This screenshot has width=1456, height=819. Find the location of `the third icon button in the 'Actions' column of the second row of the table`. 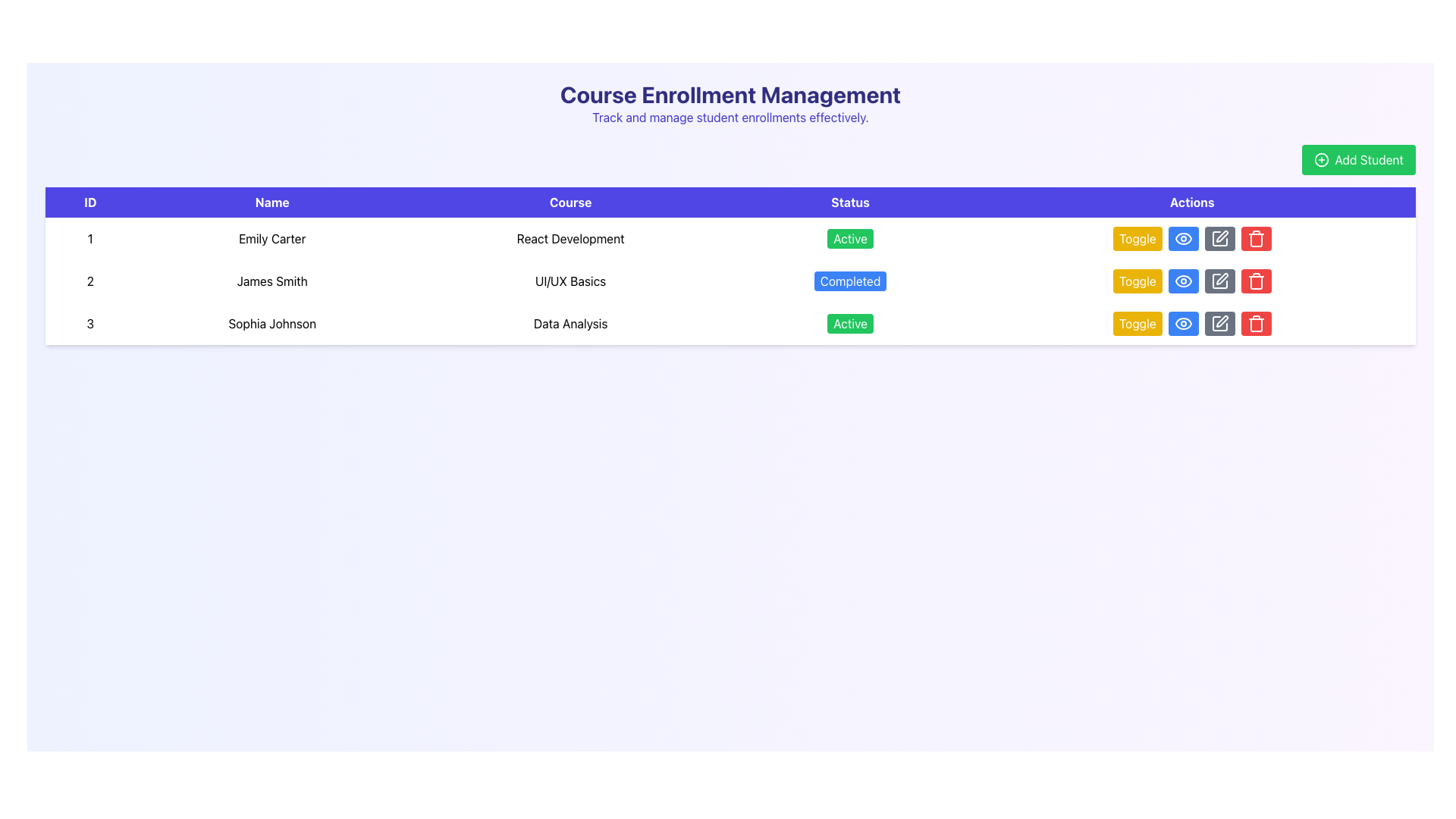

the third icon button in the 'Actions' column of the second row of the table is located at coordinates (1182, 281).